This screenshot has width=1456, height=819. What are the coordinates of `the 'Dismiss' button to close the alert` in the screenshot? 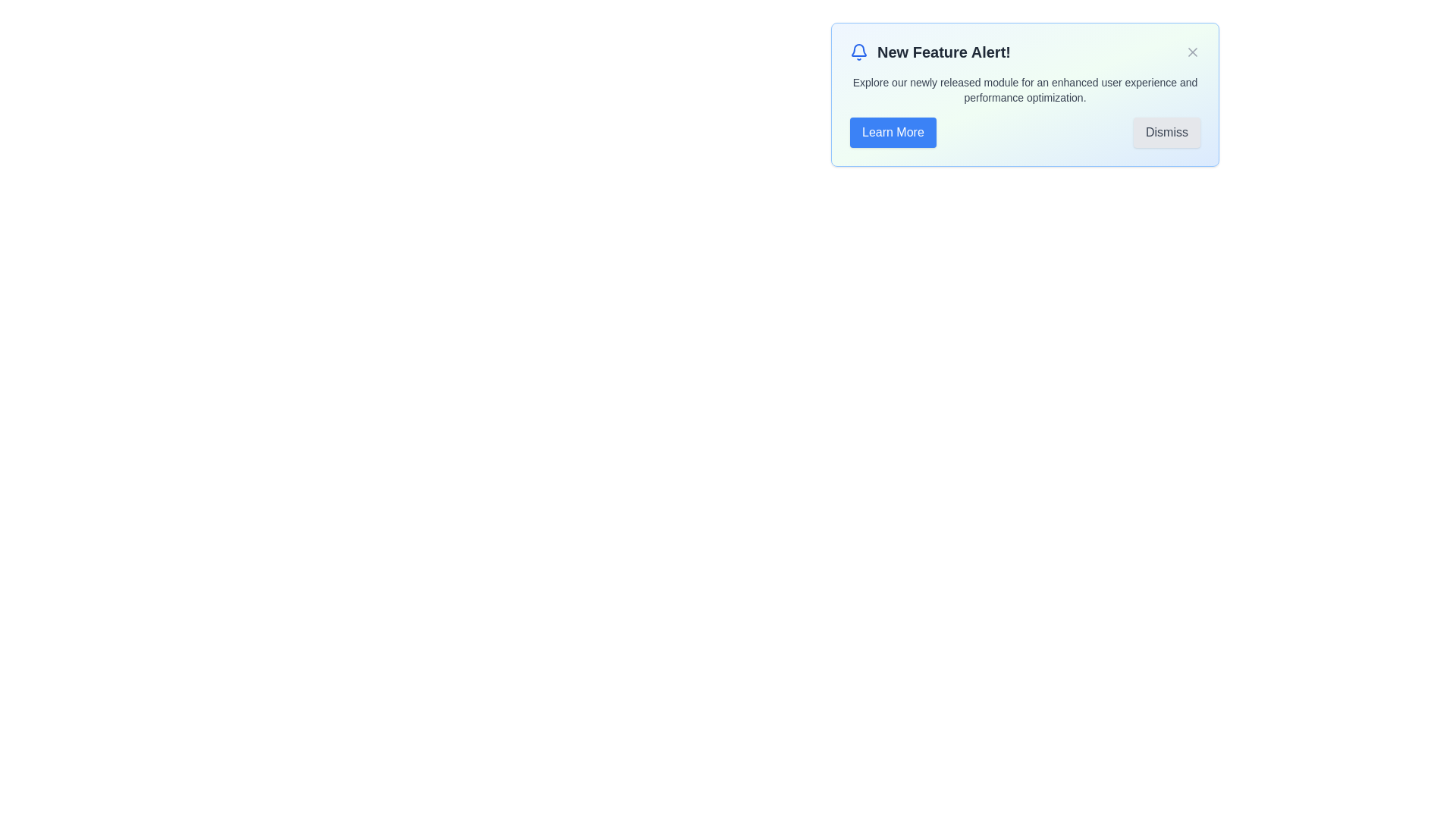 It's located at (1166, 131).